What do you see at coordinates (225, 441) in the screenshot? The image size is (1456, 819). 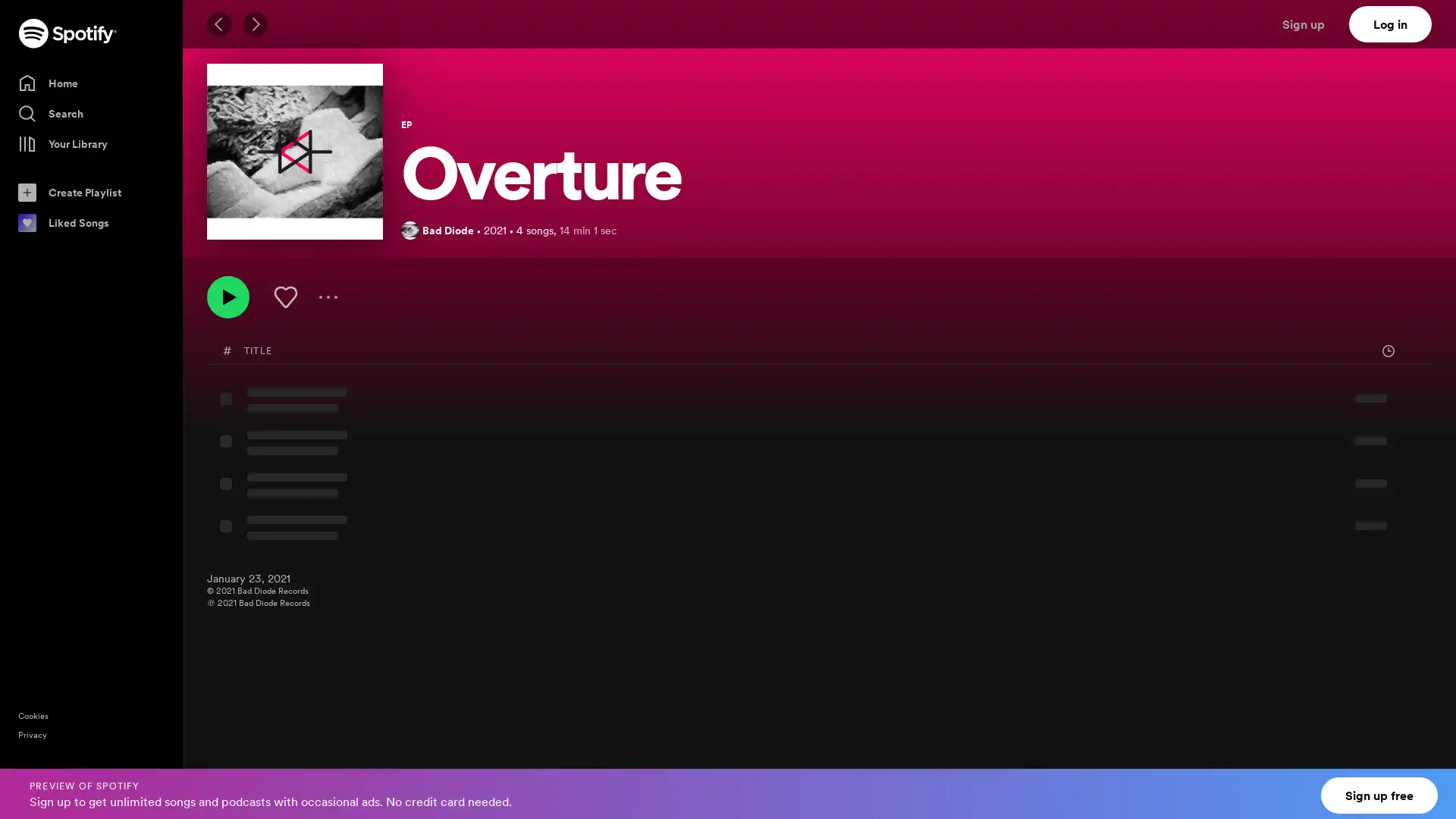 I see `Play In the Vault by Bad Diode` at bounding box center [225, 441].